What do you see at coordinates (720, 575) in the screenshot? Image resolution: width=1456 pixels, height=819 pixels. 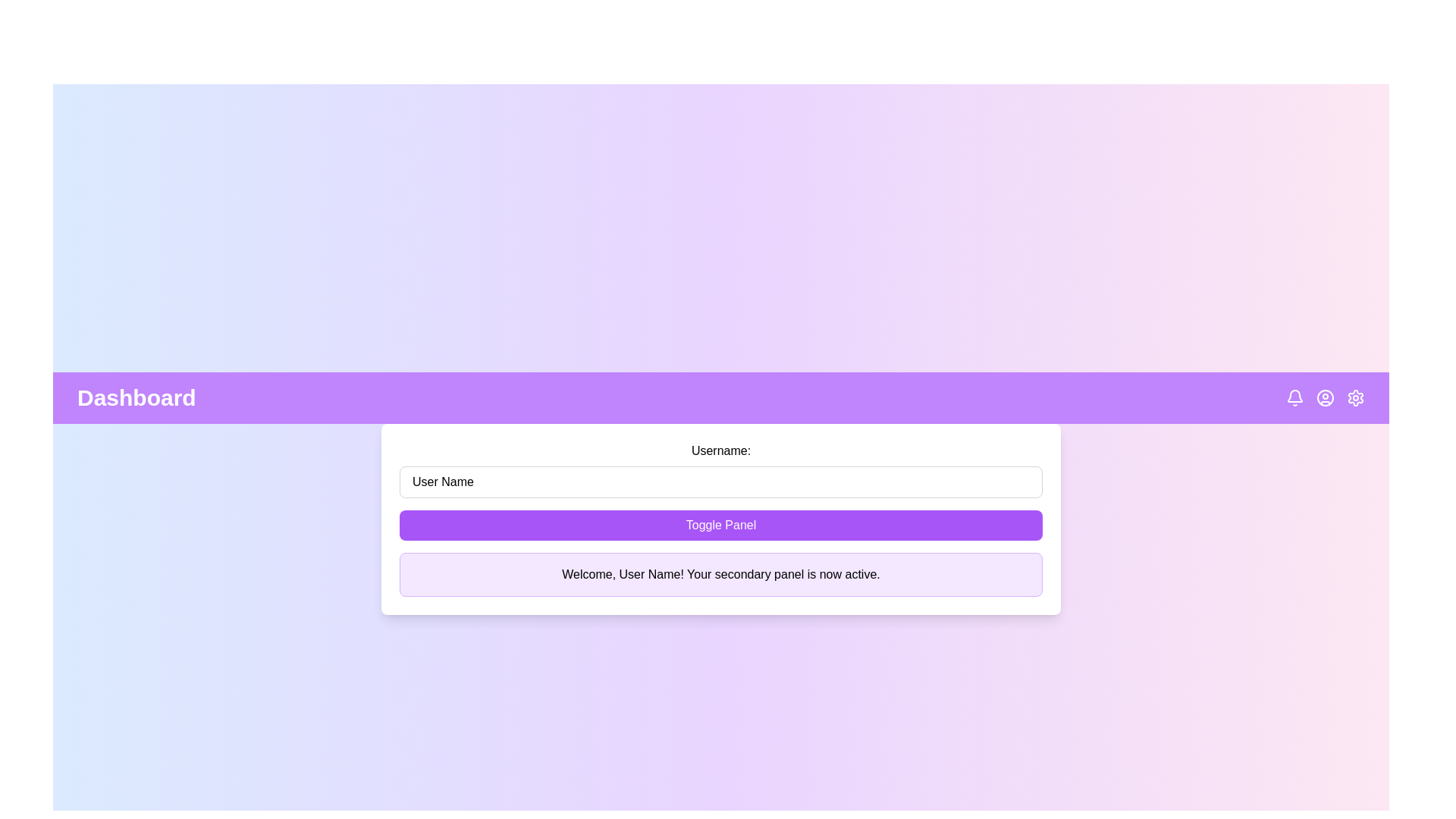 I see `text from the Text Label displaying 'Welcome, User Name! Your secondary panel is now active.' which is center-aligned within a rounded rectangle panel with a purple border` at bounding box center [720, 575].